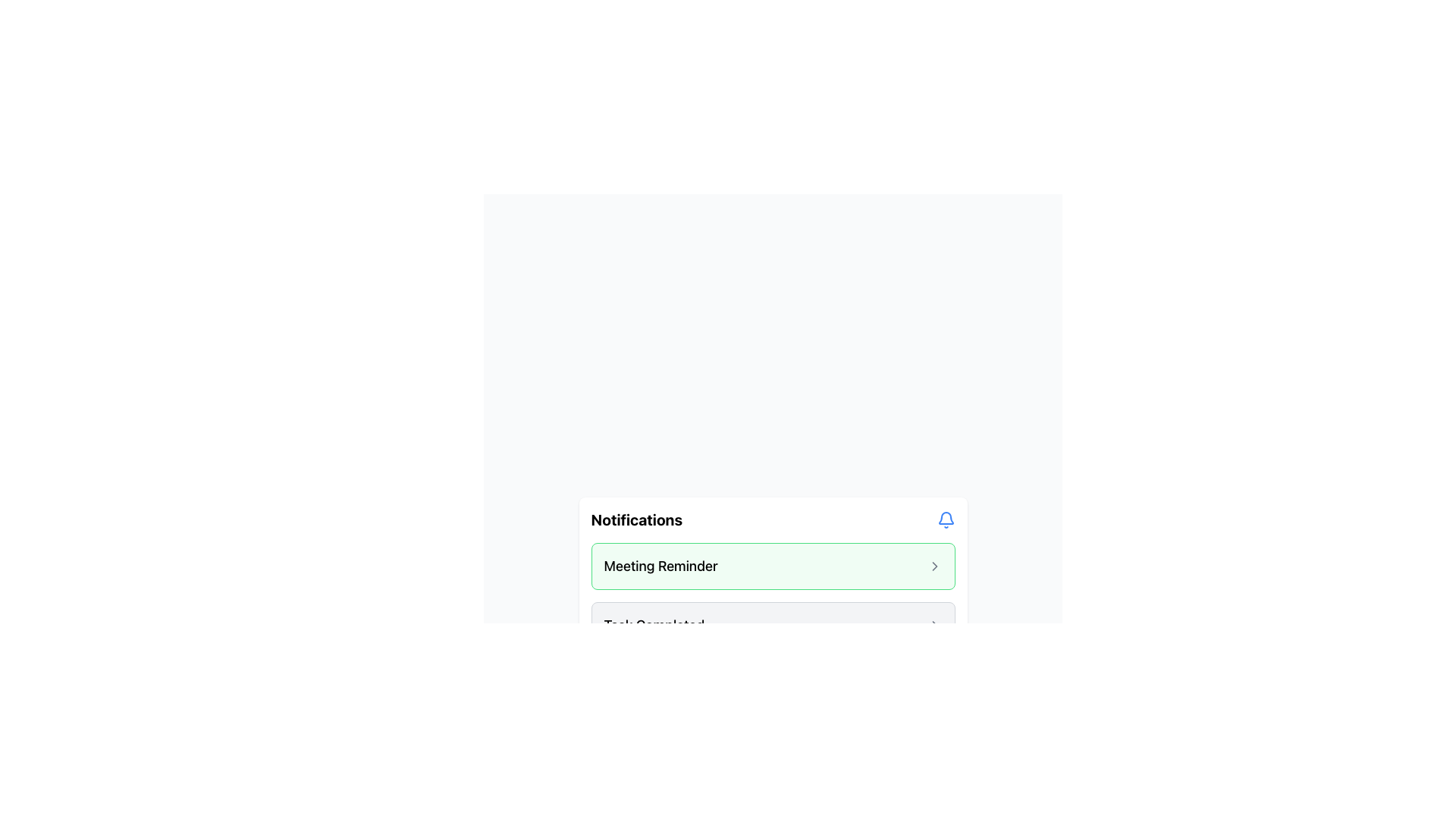 The image size is (1456, 819). What do you see at coordinates (773, 595) in the screenshot?
I see `the 'Meeting Reminder' interactive notification item, which has a green background and bold text` at bounding box center [773, 595].